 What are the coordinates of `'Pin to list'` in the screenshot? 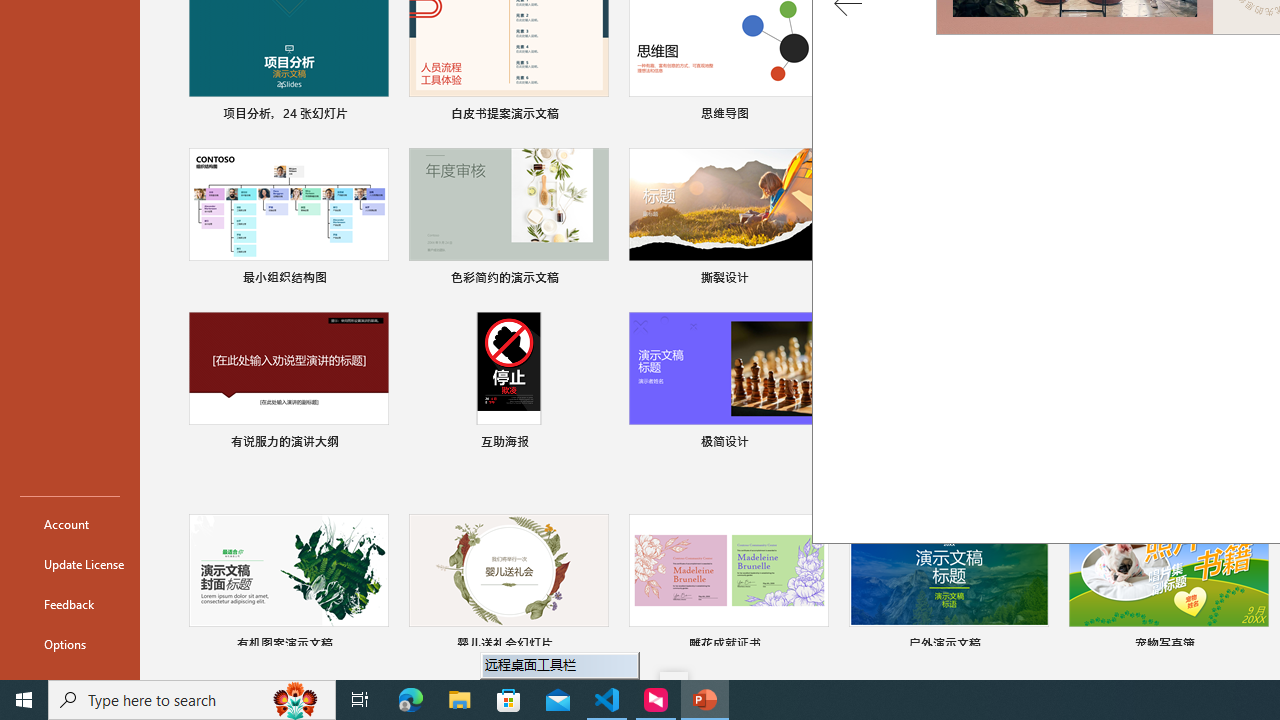 It's located at (1254, 645).